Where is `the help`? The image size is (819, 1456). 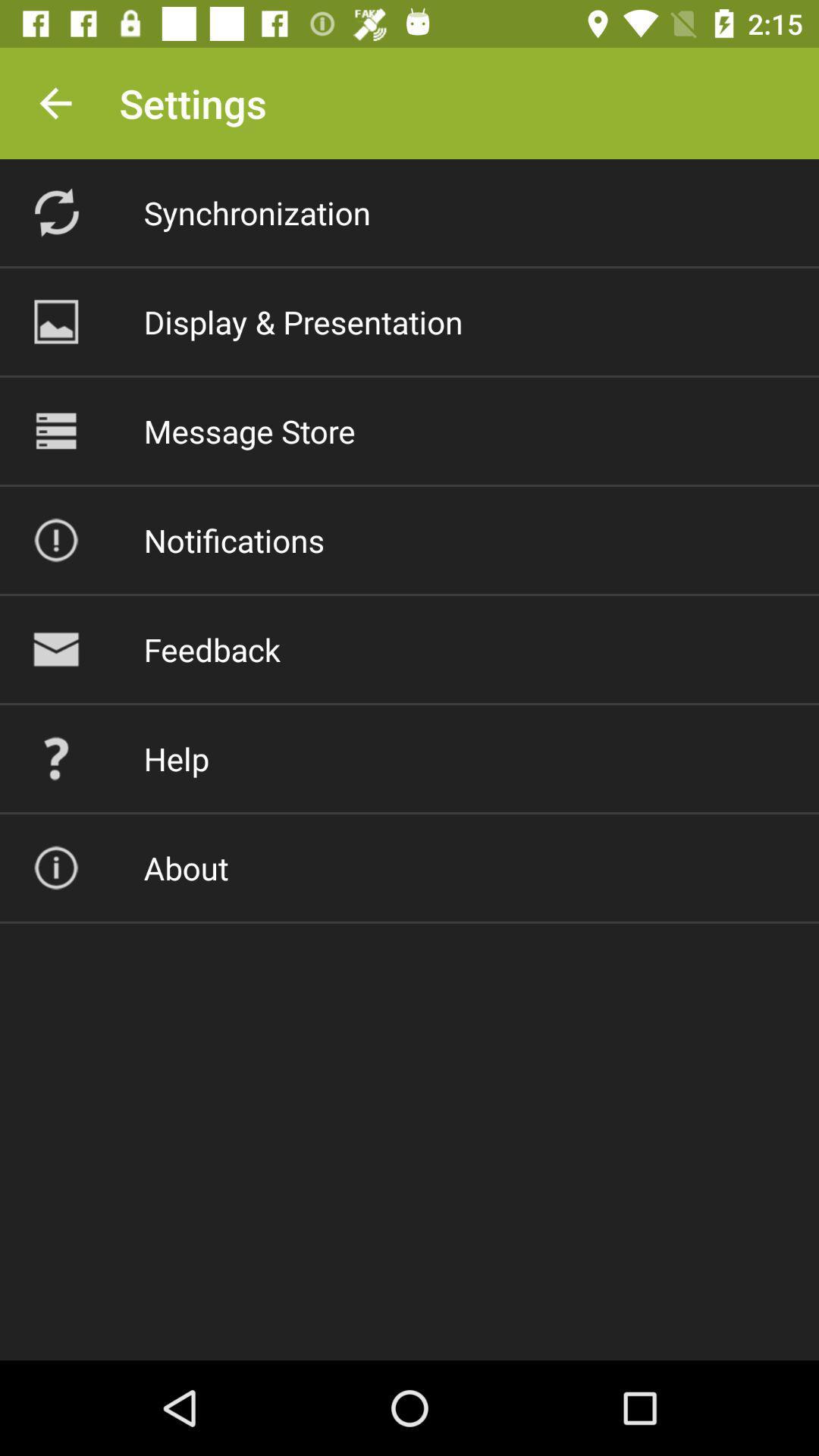 the help is located at coordinates (175, 758).